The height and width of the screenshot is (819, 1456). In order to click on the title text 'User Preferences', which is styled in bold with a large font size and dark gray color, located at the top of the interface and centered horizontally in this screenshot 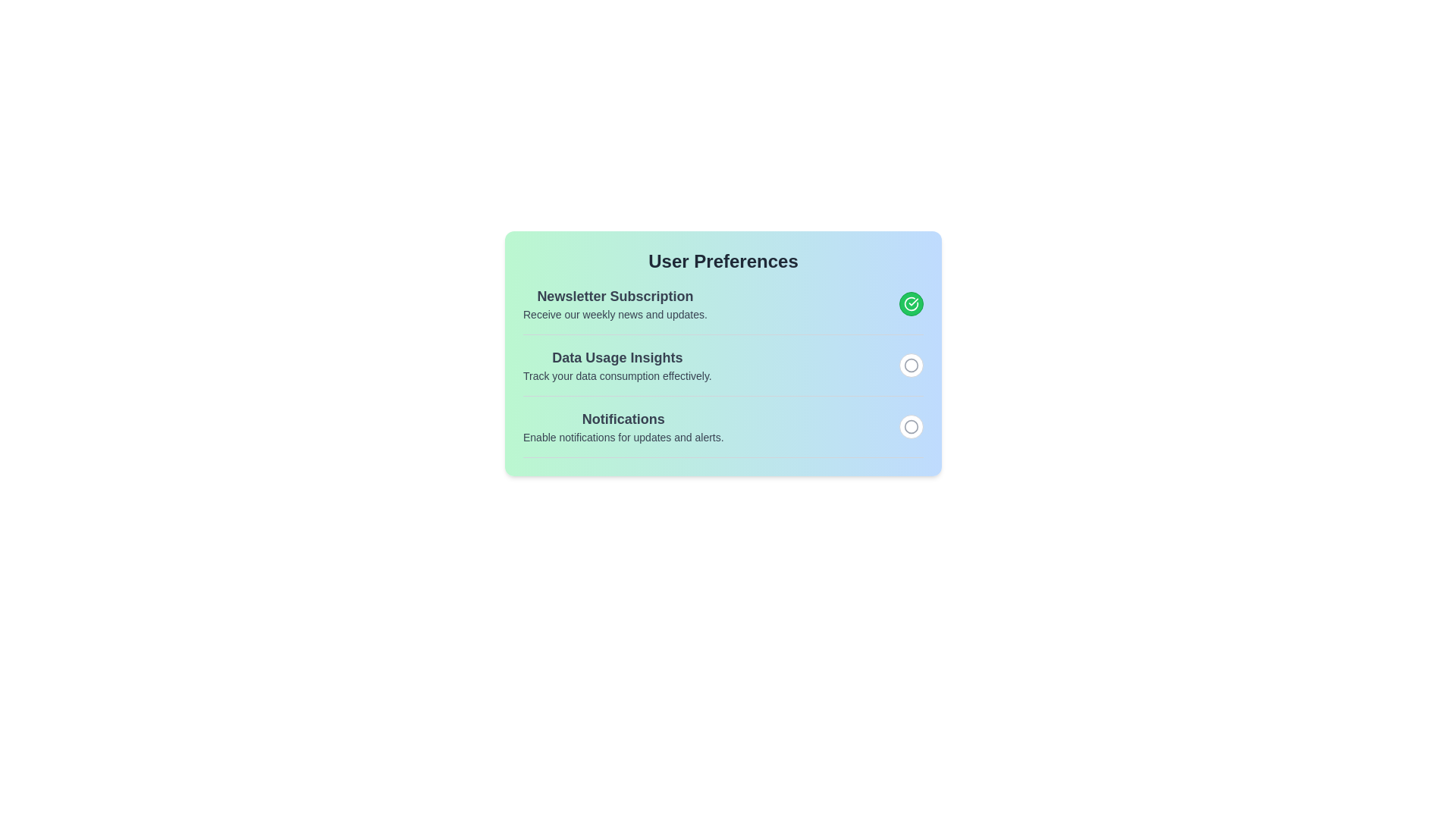, I will do `click(723, 260)`.